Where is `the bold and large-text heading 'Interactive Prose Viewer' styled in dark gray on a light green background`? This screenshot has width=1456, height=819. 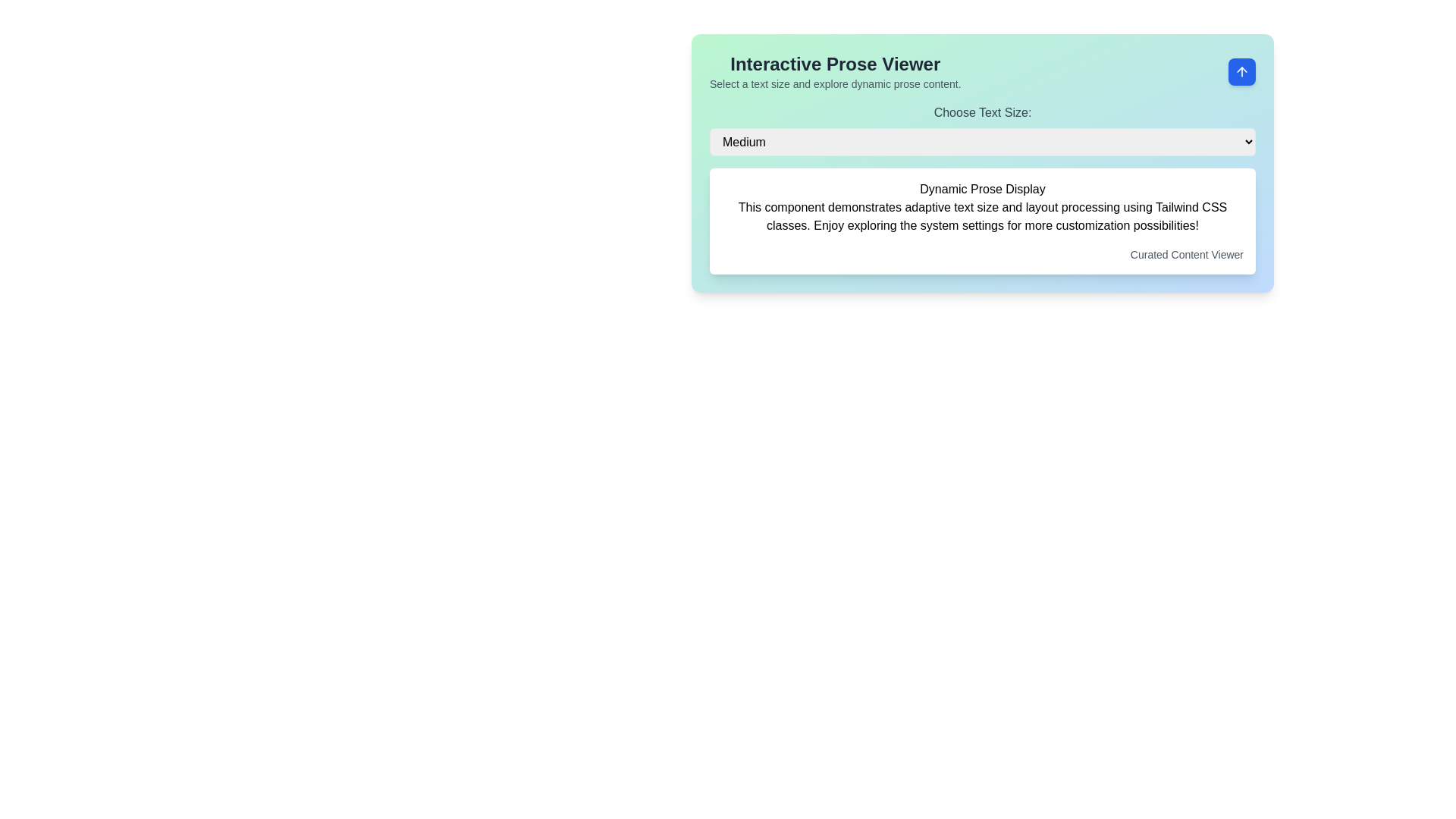
the bold and large-text heading 'Interactive Prose Viewer' styled in dark gray on a light green background is located at coordinates (834, 63).